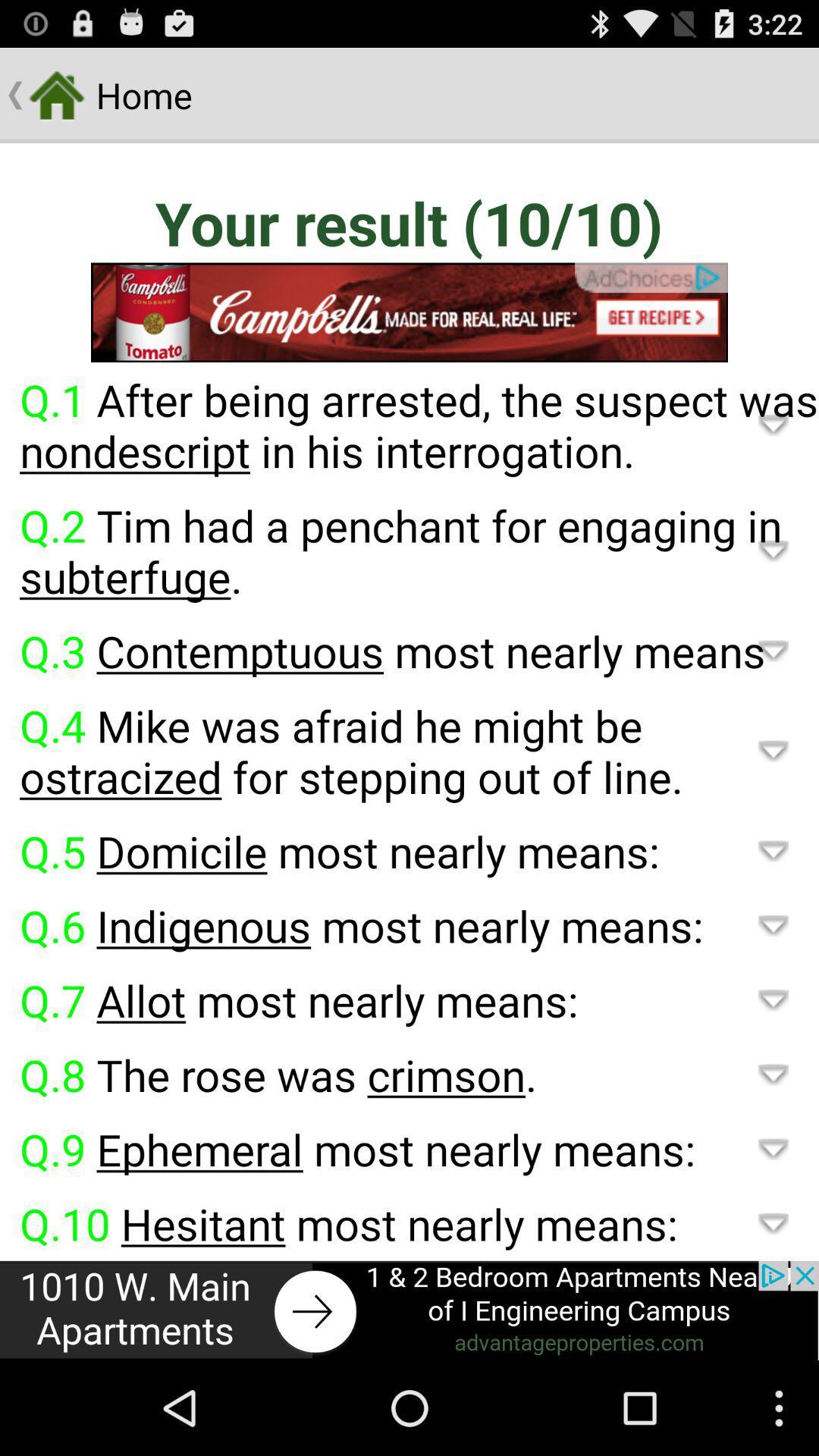 The height and width of the screenshot is (1456, 819). What do you see at coordinates (409, 312) in the screenshot?
I see `clickable advertisement` at bounding box center [409, 312].